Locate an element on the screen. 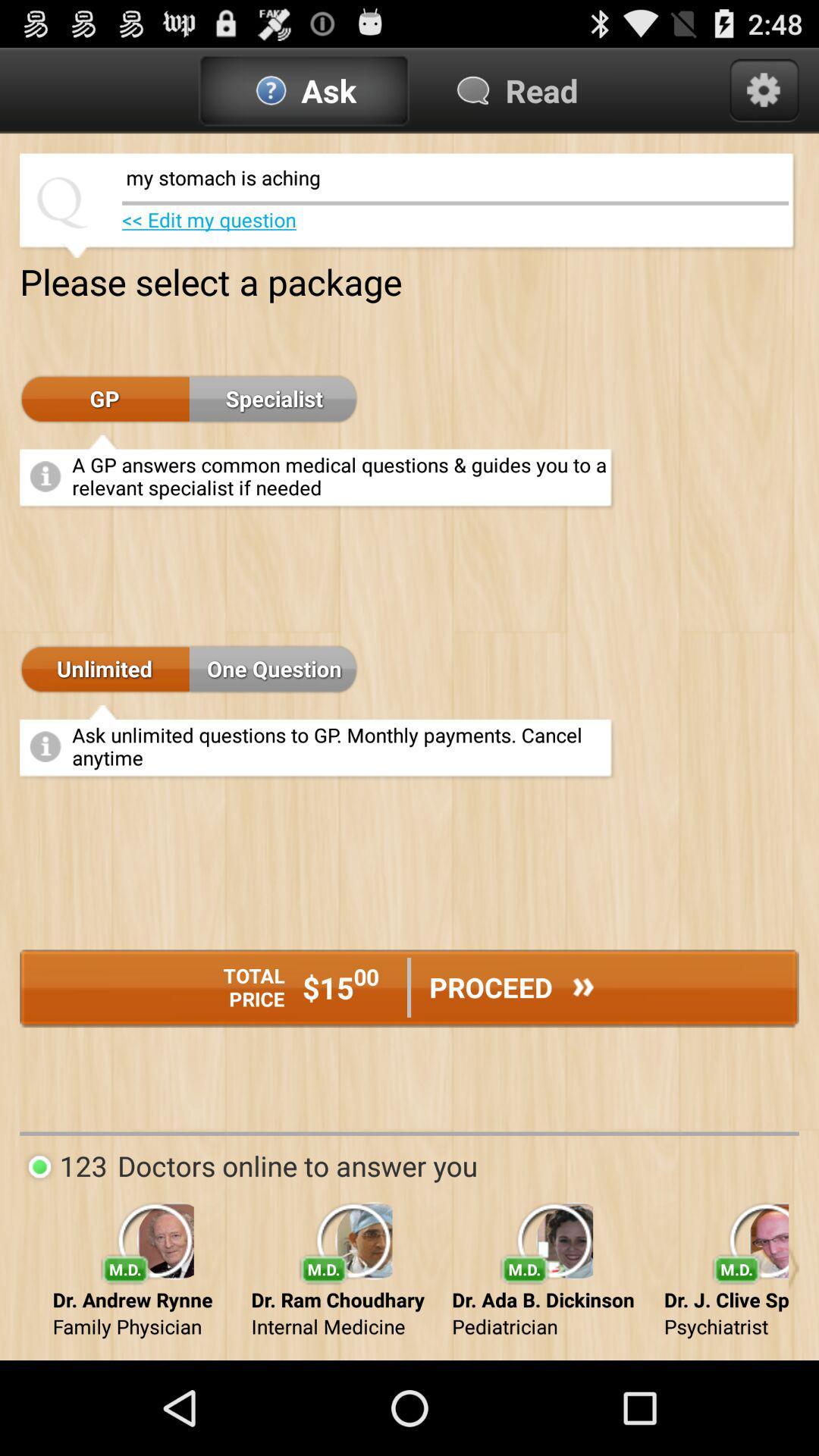  icon above my stomach is is located at coordinates (764, 89).